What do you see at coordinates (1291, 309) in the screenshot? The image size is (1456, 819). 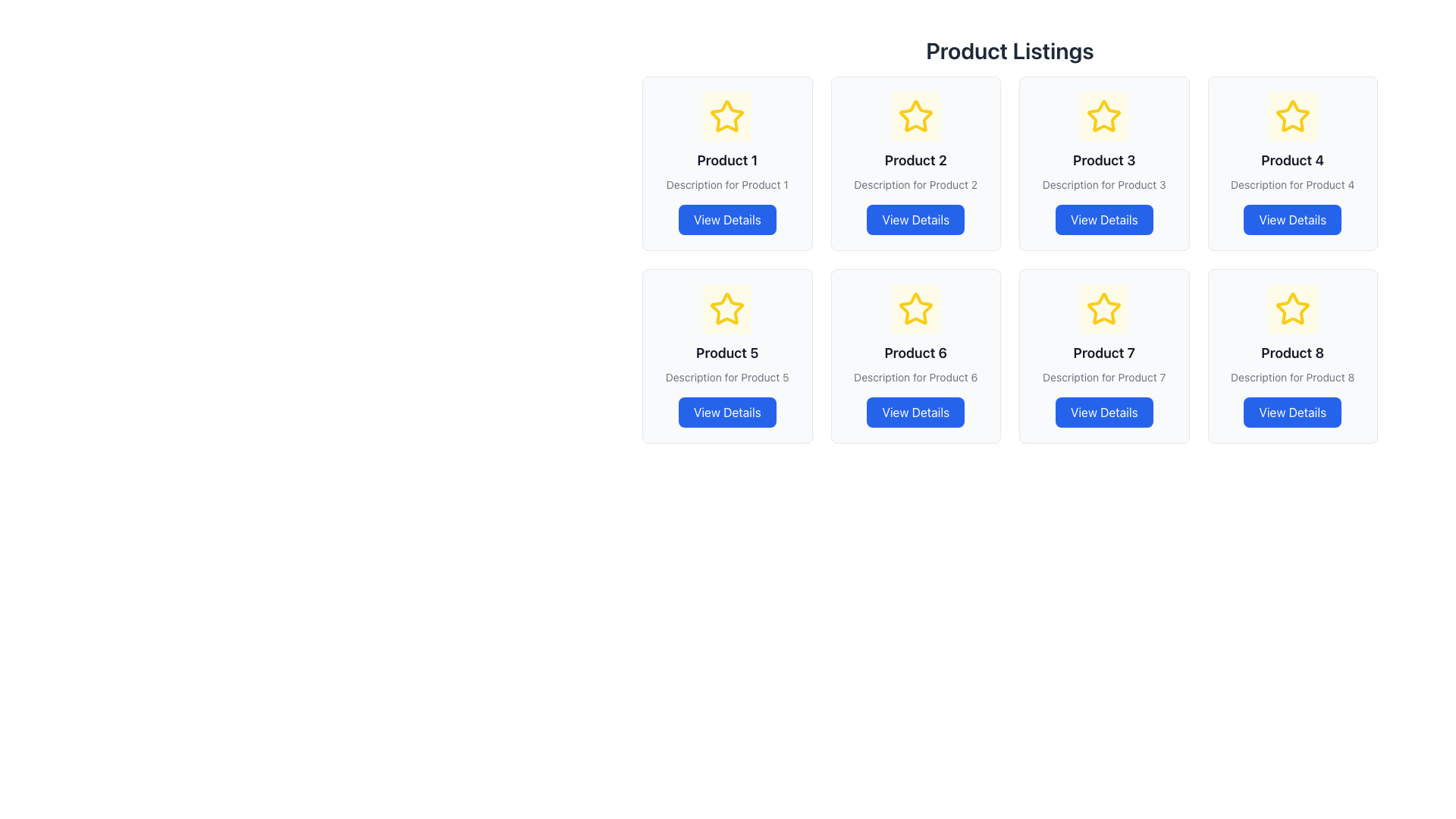 I see `the star-shaped icon with a yellow outline and transparent center located at the top-center of the 'Product 8' UI card, slightly above the text 'Product 8'` at bounding box center [1291, 309].